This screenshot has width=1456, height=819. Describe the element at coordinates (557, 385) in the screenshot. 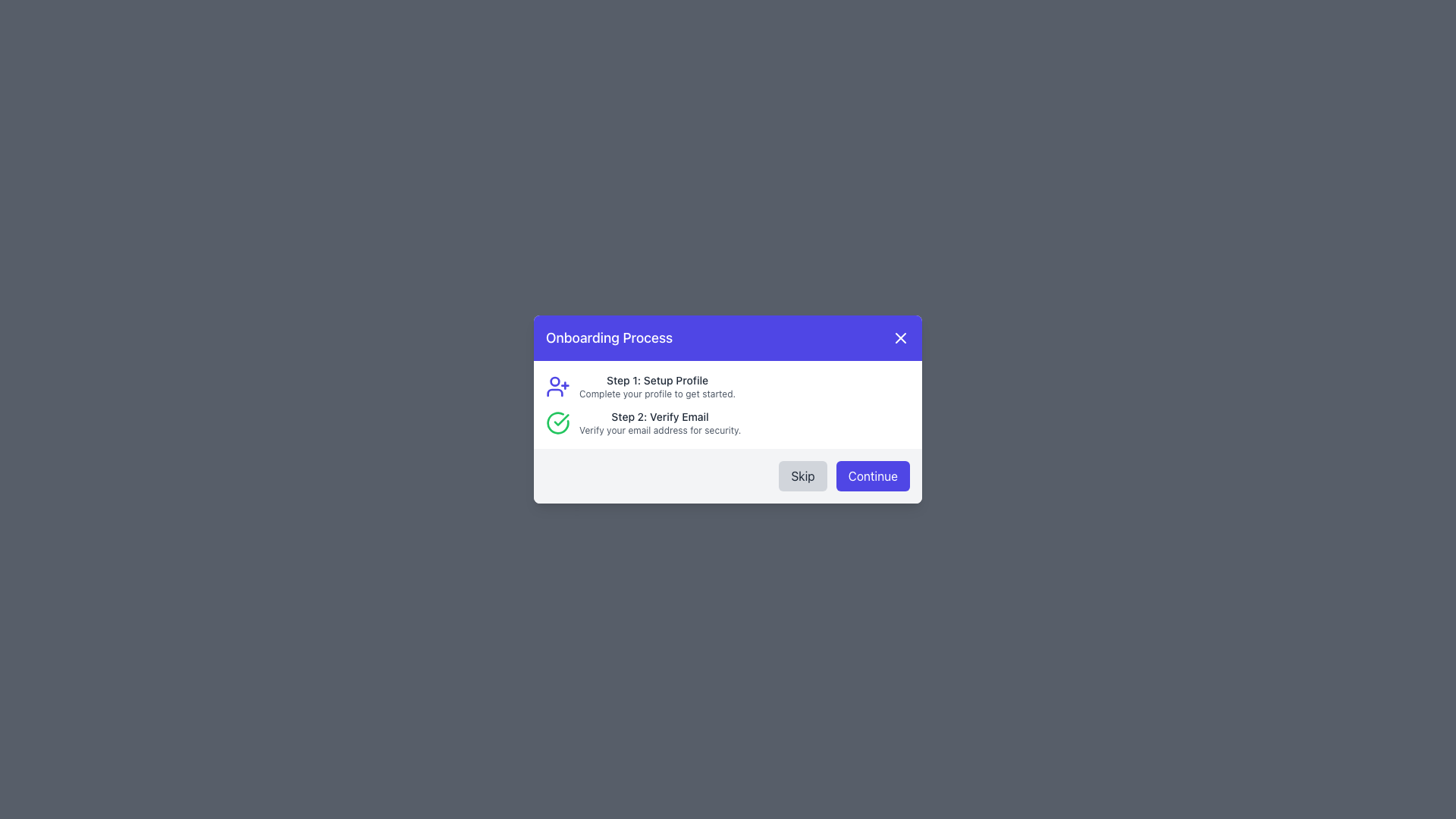

I see `the indigo user silhouette and plus symbol icon located to the left of the text 'Step 1: Setup Profile' within the 'Onboarding Process' card layout` at that location.